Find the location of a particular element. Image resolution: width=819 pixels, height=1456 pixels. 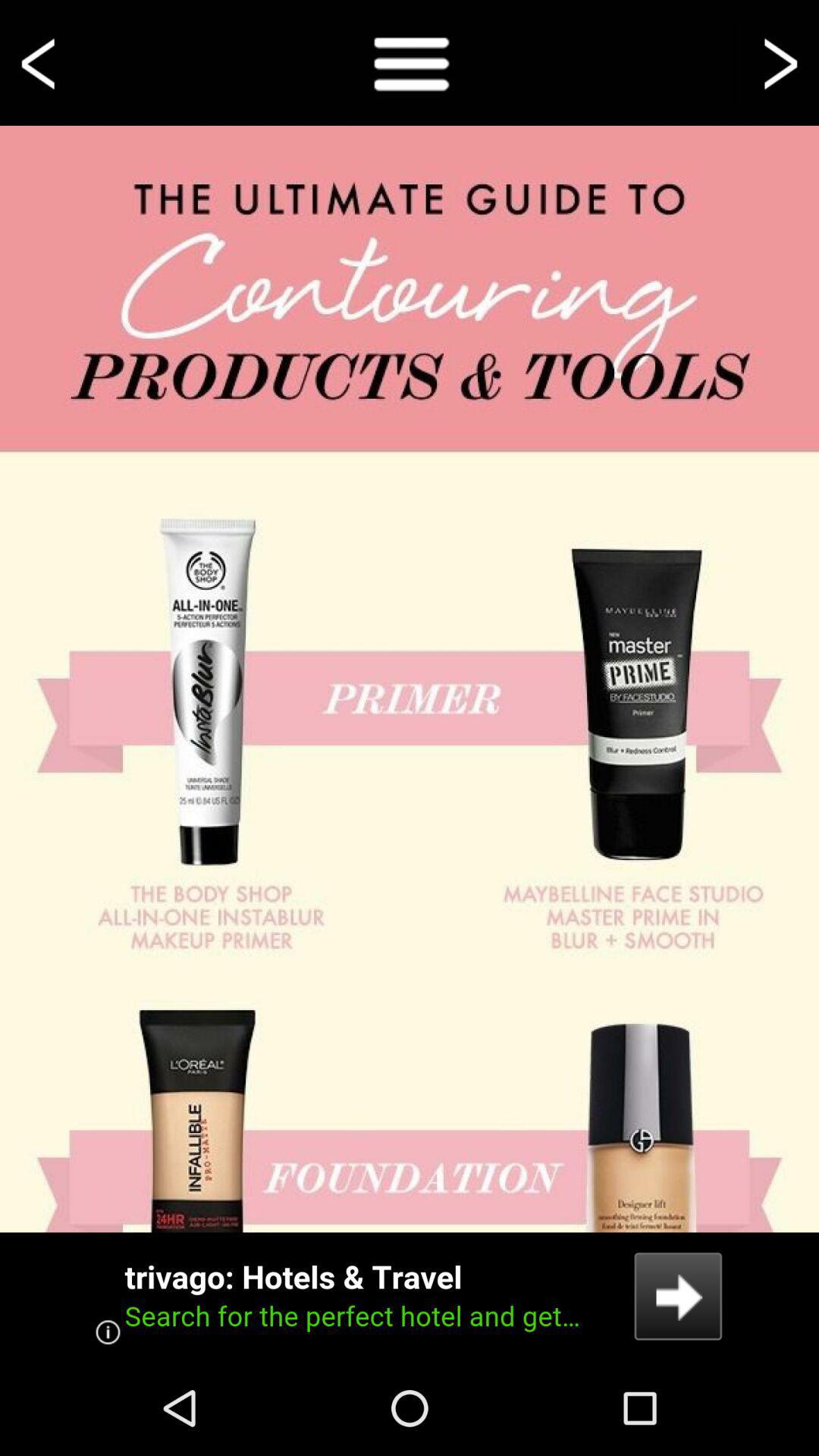

voltar a tela anterior is located at coordinates (40, 61).